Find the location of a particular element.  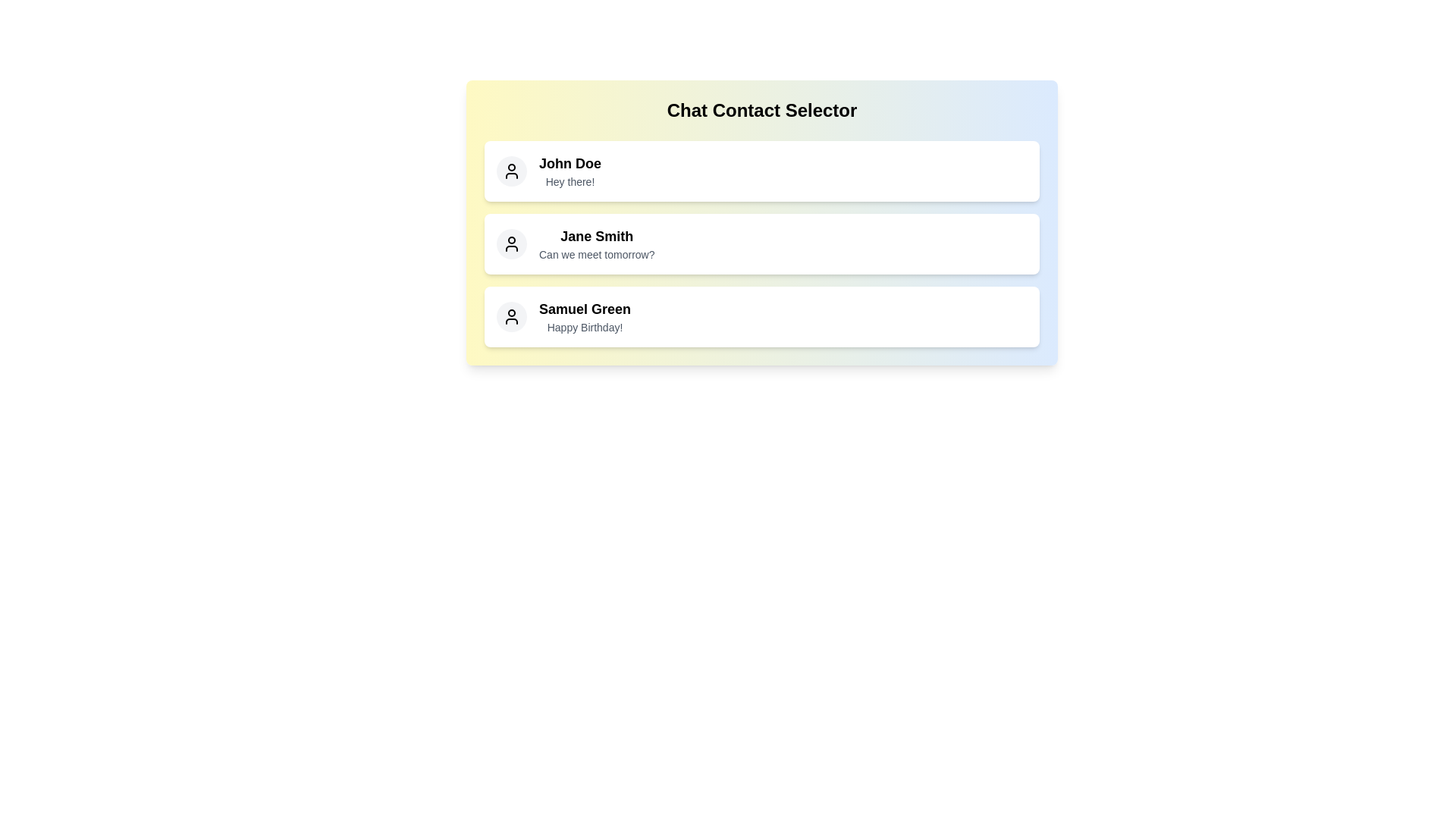

the contact named John Doe to select it is located at coordinates (761, 171).